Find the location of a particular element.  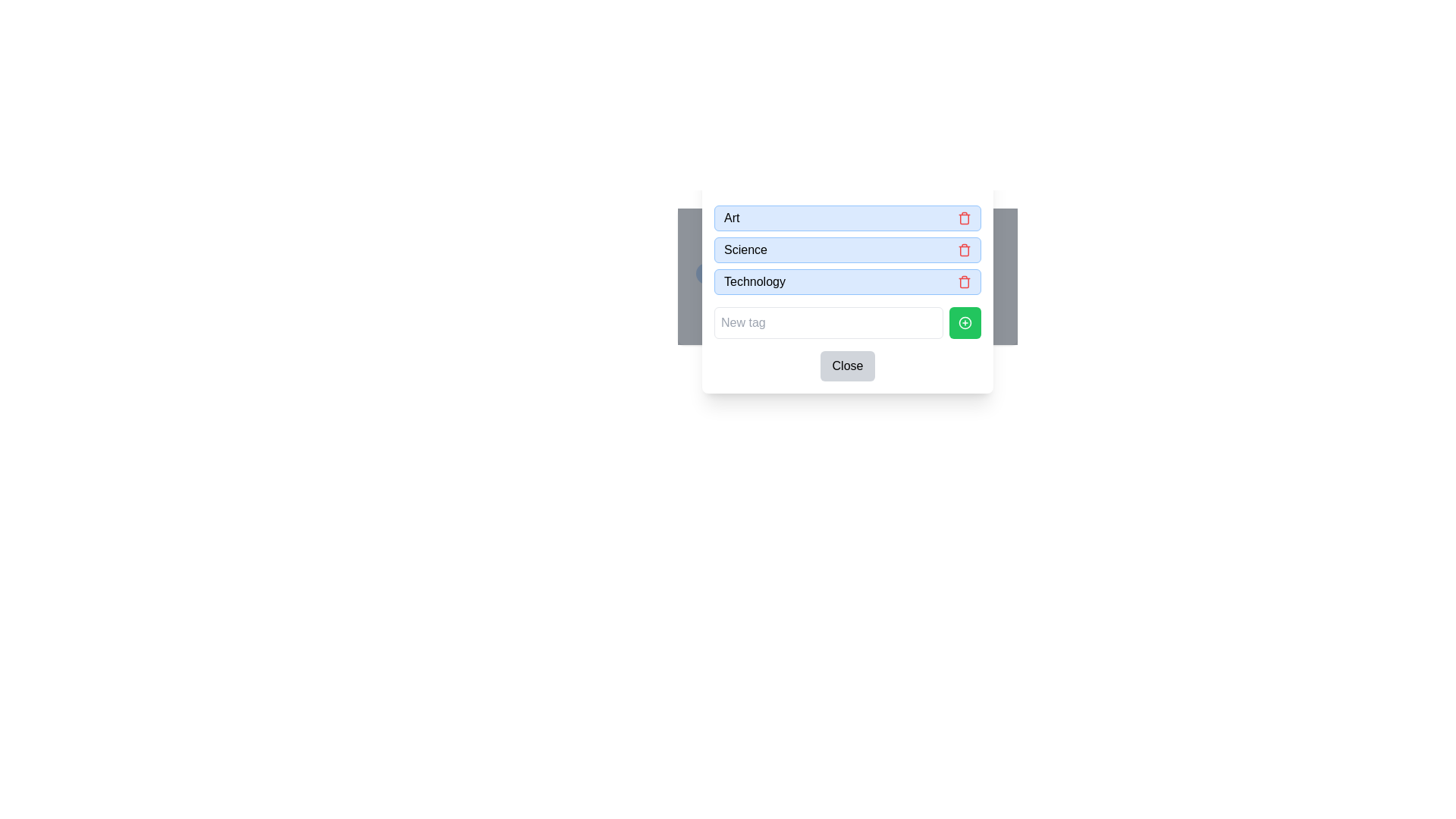

the circular 'add' icon located at the bottom-right corner of the pop-up window is located at coordinates (964, 322).